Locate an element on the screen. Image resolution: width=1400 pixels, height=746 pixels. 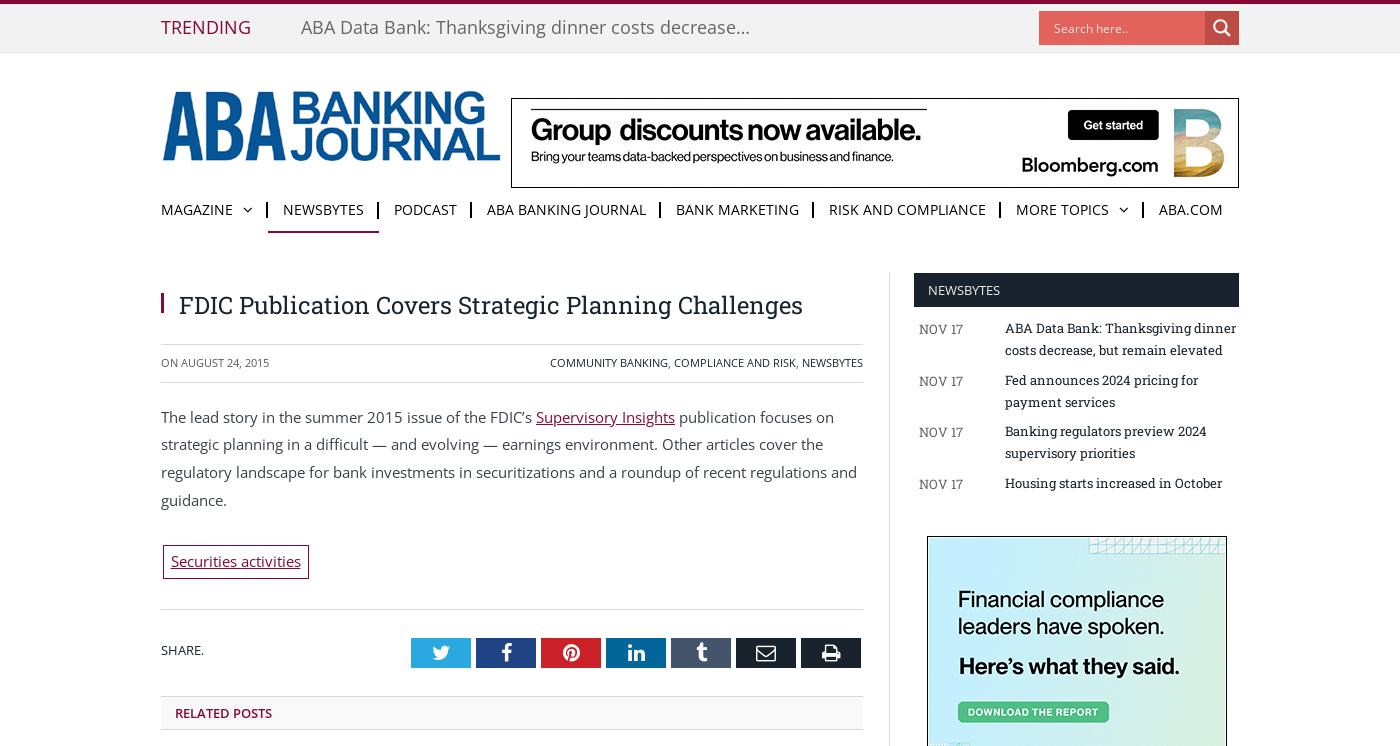
'Securities activities' is located at coordinates (234, 560).